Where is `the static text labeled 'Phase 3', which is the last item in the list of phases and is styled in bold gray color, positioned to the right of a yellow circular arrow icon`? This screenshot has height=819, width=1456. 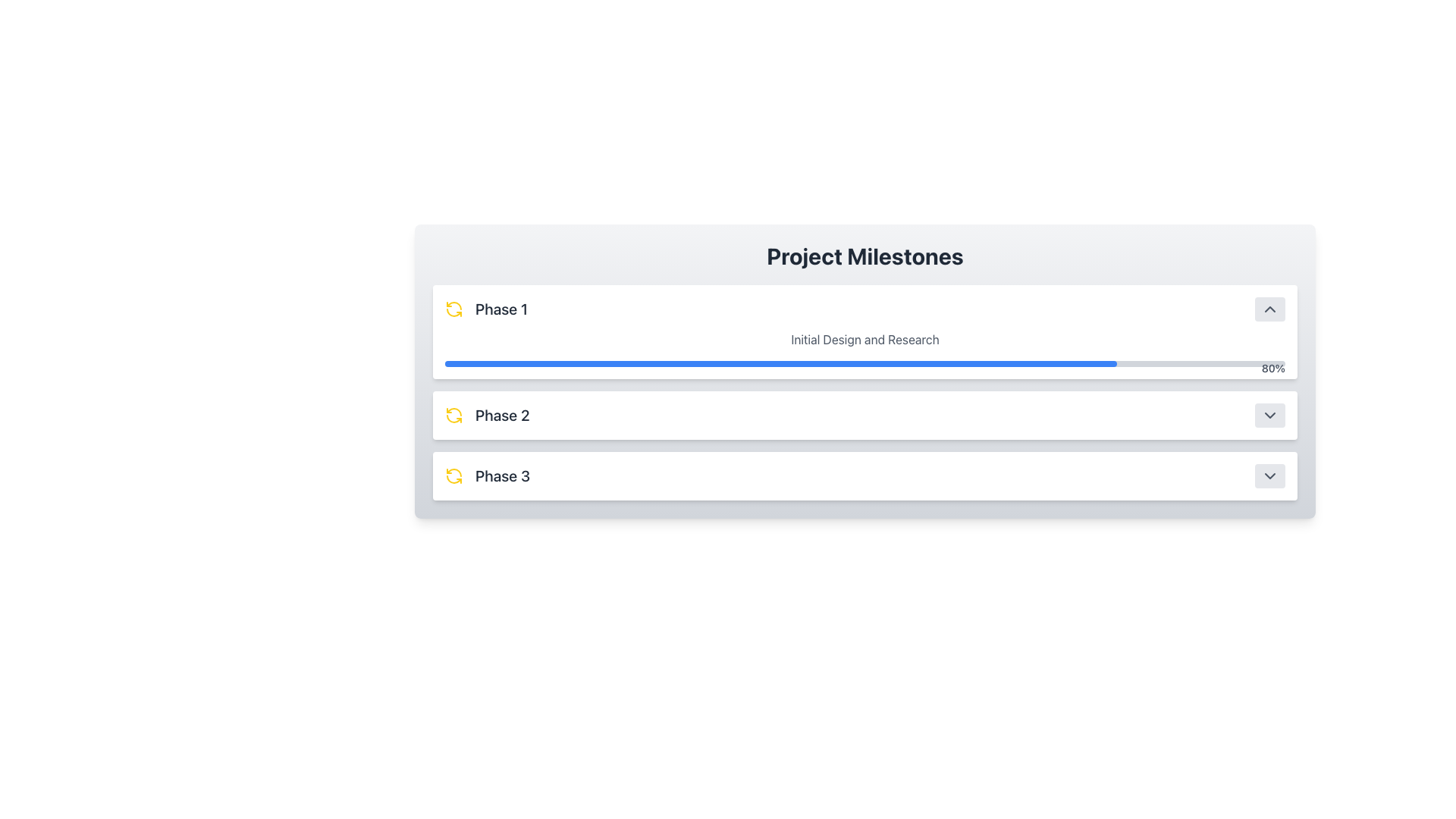
the static text labeled 'Phase 3', which is the last item in the list of phases and is styled in bold gray color, positioned to the right of a yellow circular arrow icon is located at coordinates (502, 475).